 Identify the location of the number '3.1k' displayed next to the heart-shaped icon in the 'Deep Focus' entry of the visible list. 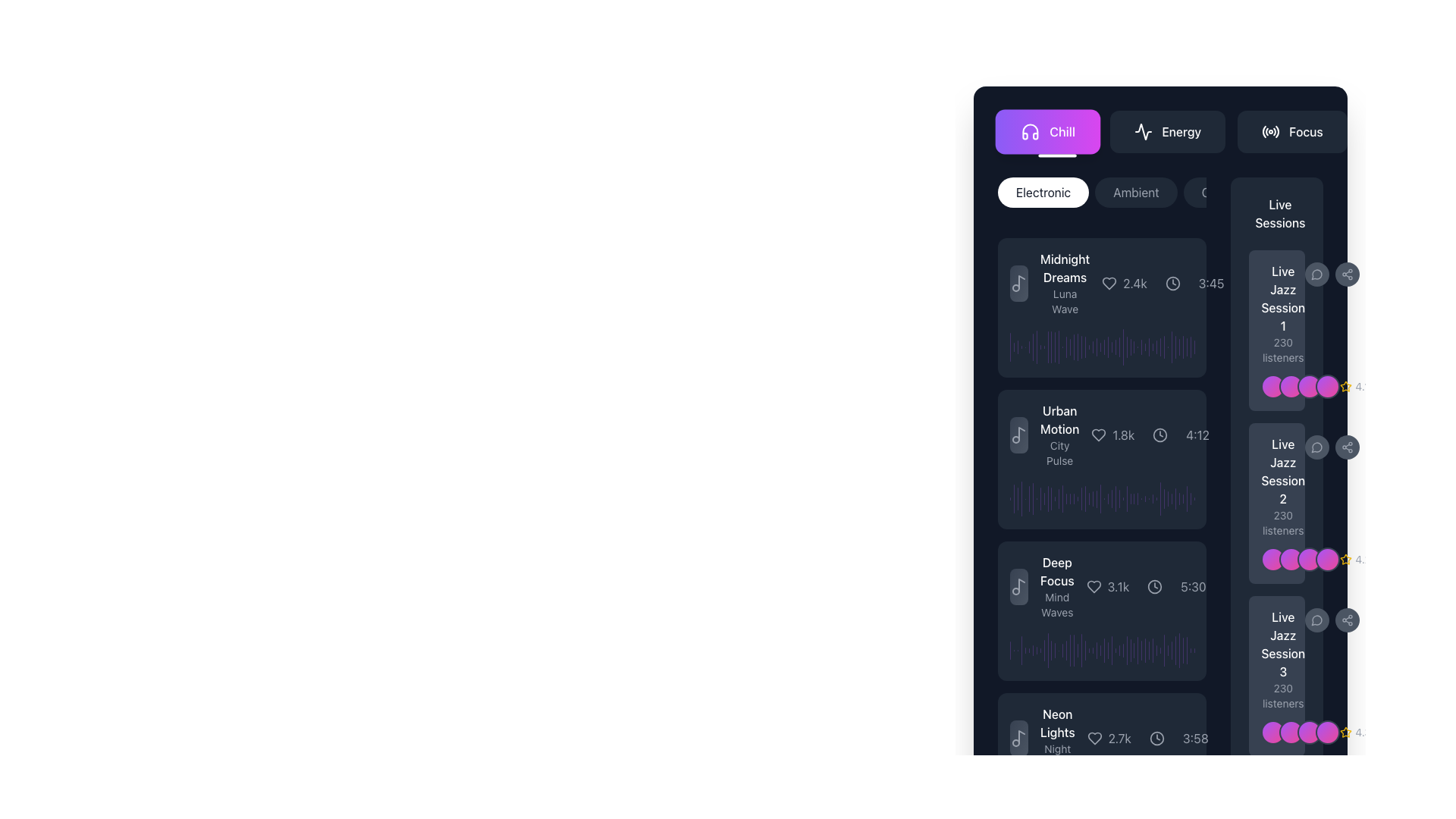
(1107, 586).